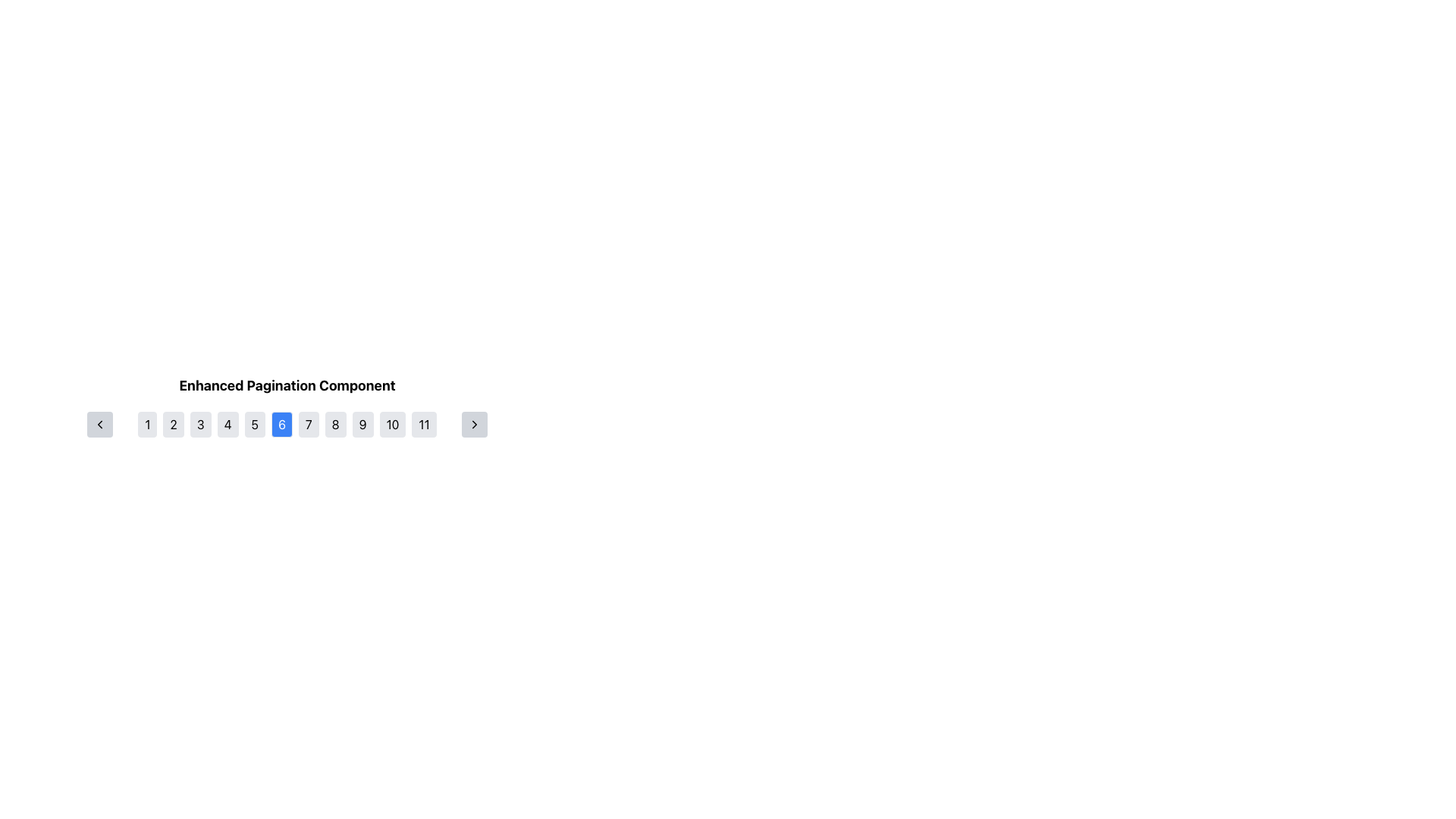  Describe the element at coordinates (308, 424) in the screenshot. I see `the rounded rectangular button displaying the number '7'` at that location.